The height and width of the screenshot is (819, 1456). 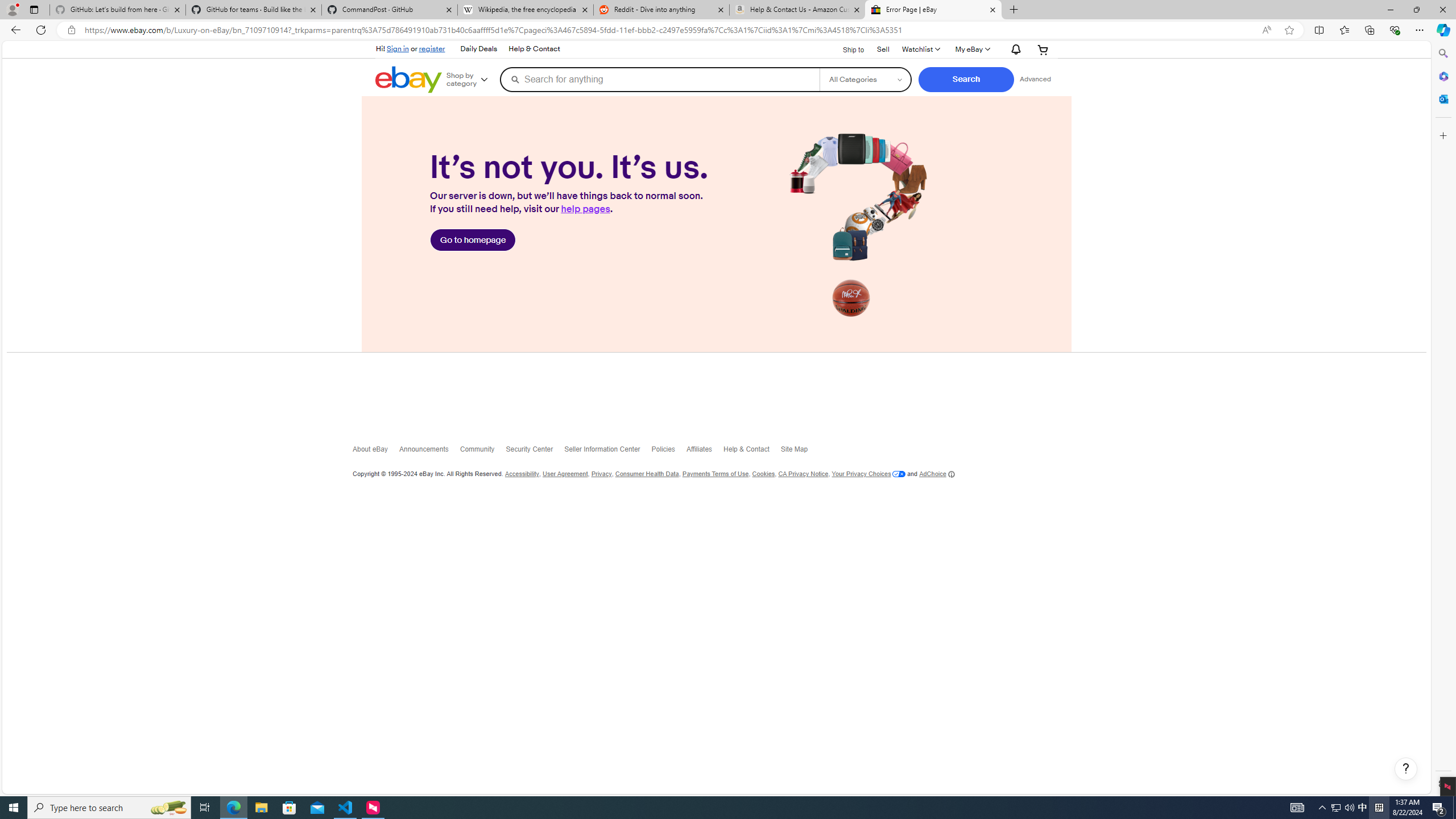 I want to click on 'CA Privacy Notice', so click(x=802, y=473).